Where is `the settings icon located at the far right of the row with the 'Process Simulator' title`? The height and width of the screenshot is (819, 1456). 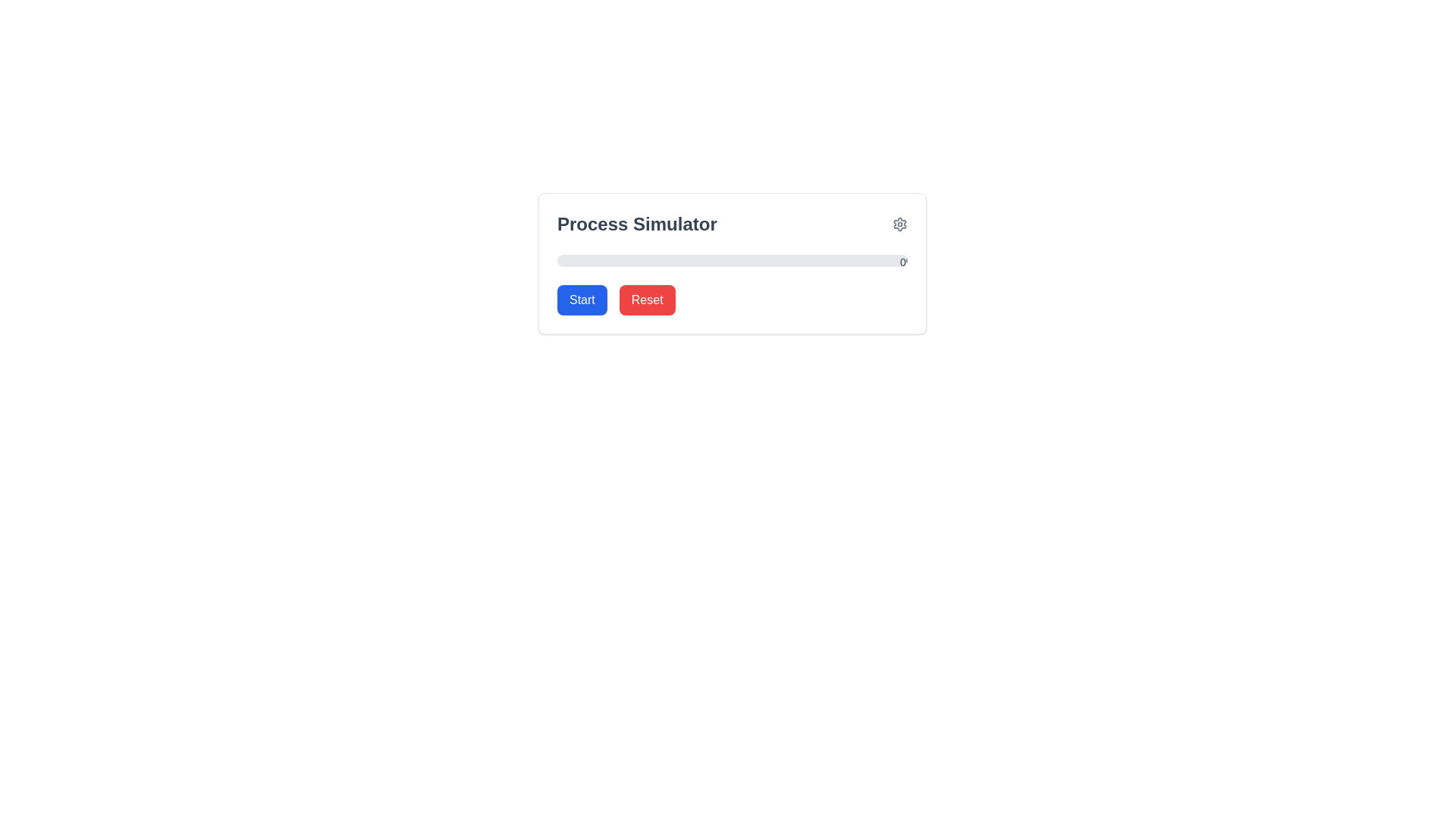 the settings icon located at the far right of the row with the 'Process Simulator' title is located at coordinates (899, 224).